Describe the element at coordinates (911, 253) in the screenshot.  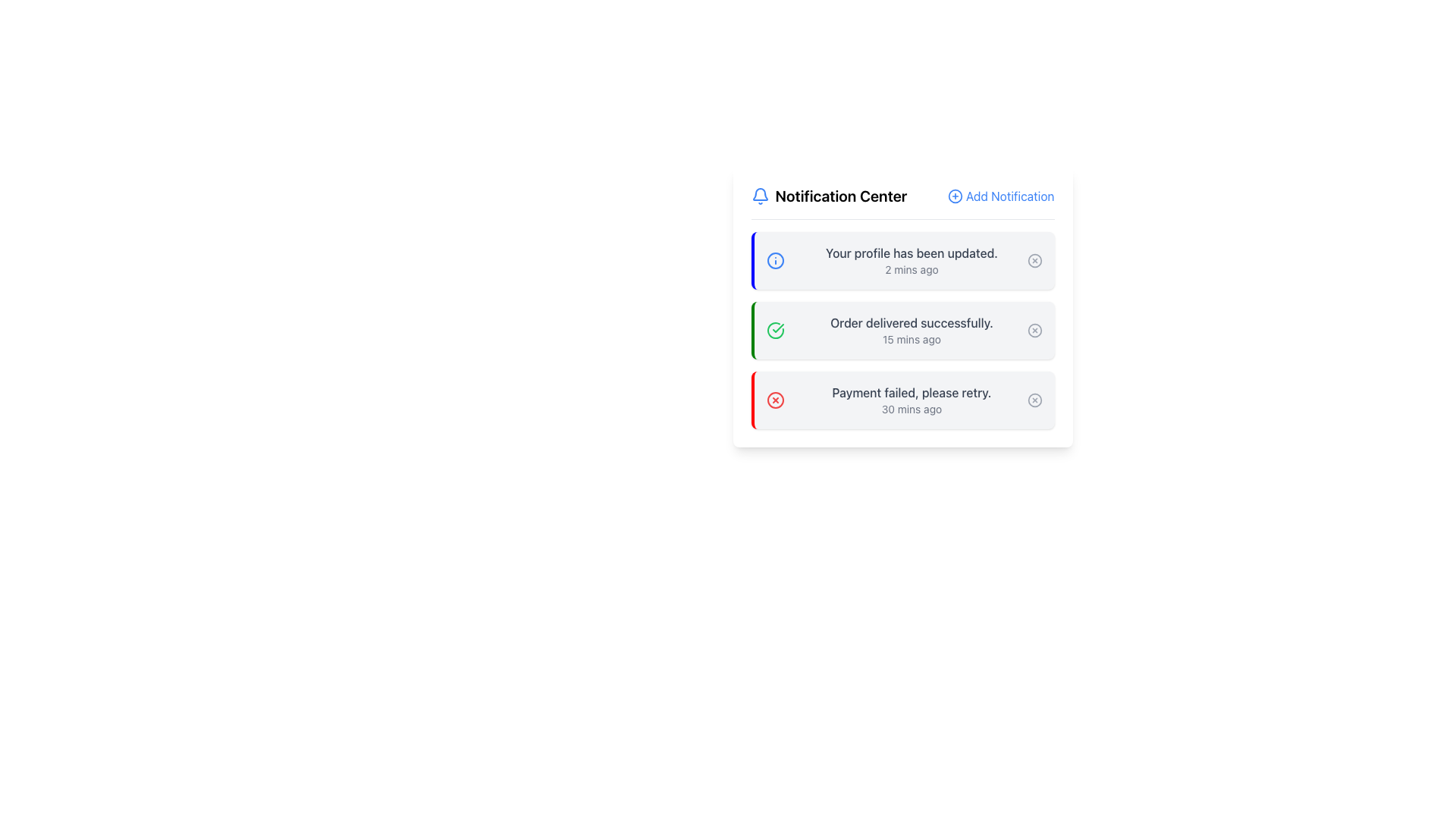
I see `the notification message indicating a successful profile update, which is outlined in blue and located above the timestamp and next to an informational icon` at that location.